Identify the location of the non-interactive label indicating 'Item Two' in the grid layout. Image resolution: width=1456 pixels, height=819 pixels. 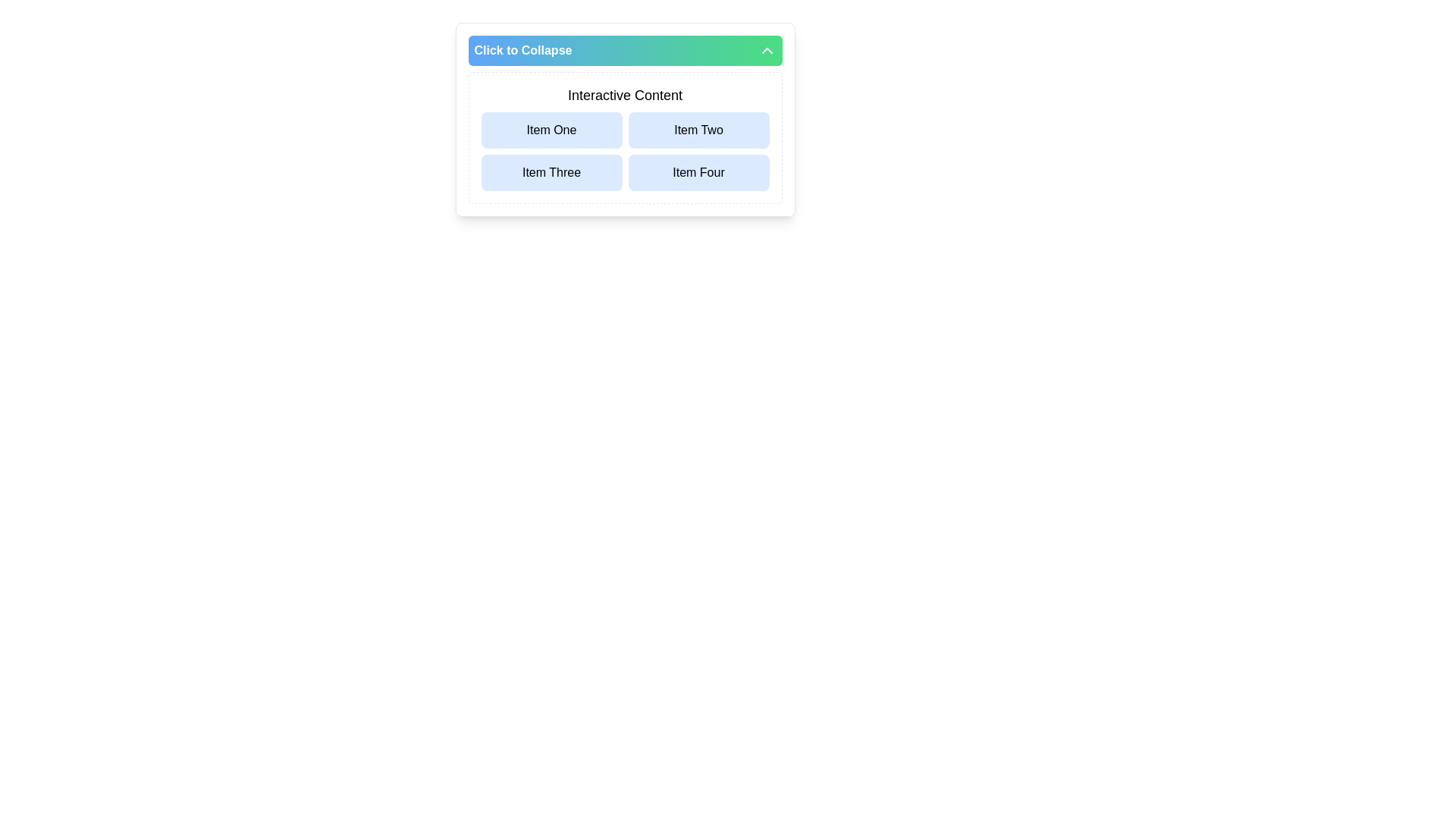
(698, 130).